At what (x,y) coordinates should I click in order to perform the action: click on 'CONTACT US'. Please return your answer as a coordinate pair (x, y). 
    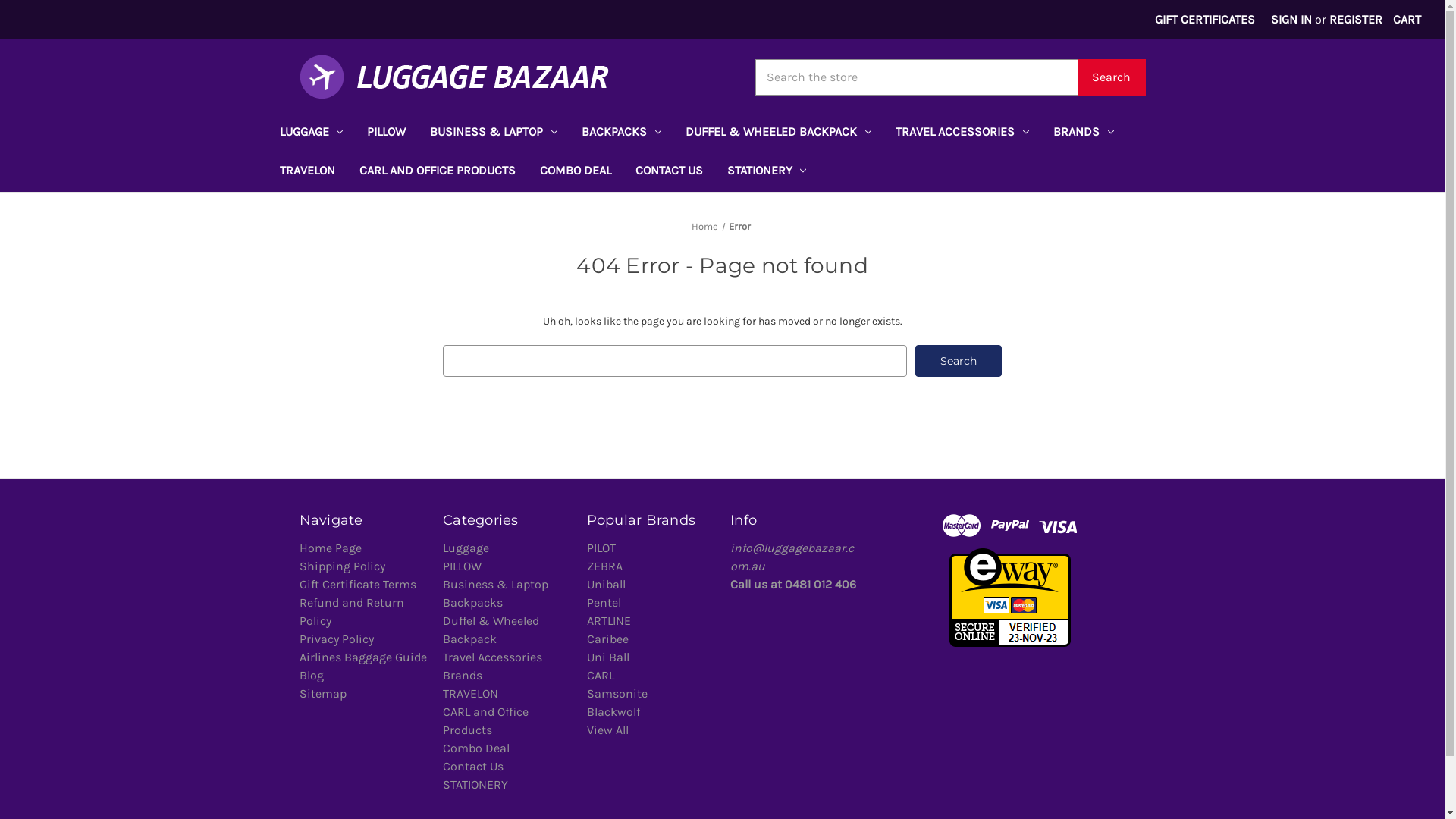
    Looking at the image, I should click on (668, 171).